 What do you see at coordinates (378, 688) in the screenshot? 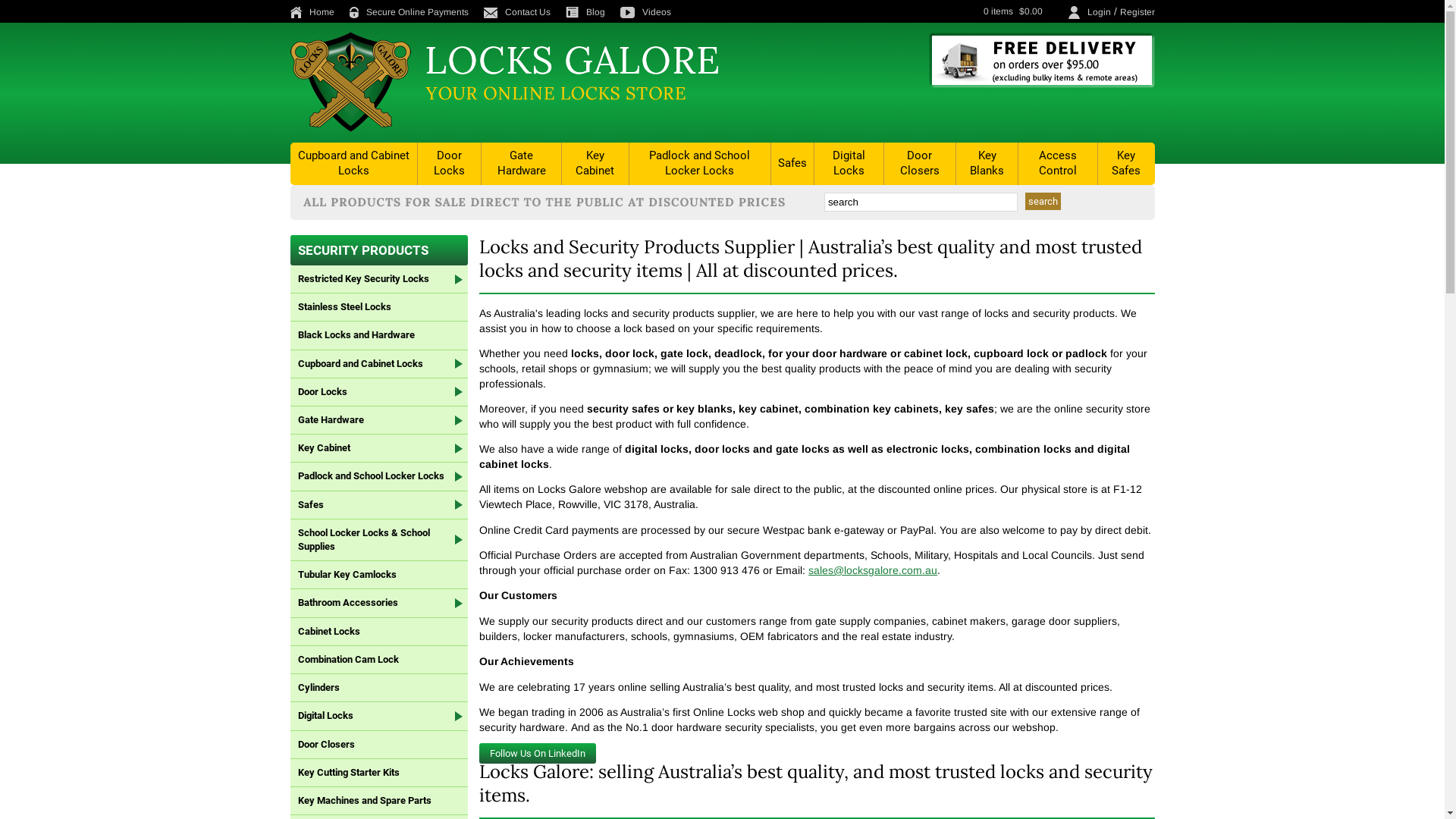
I see `'Cylinders'` at bounding box center [378, 688].